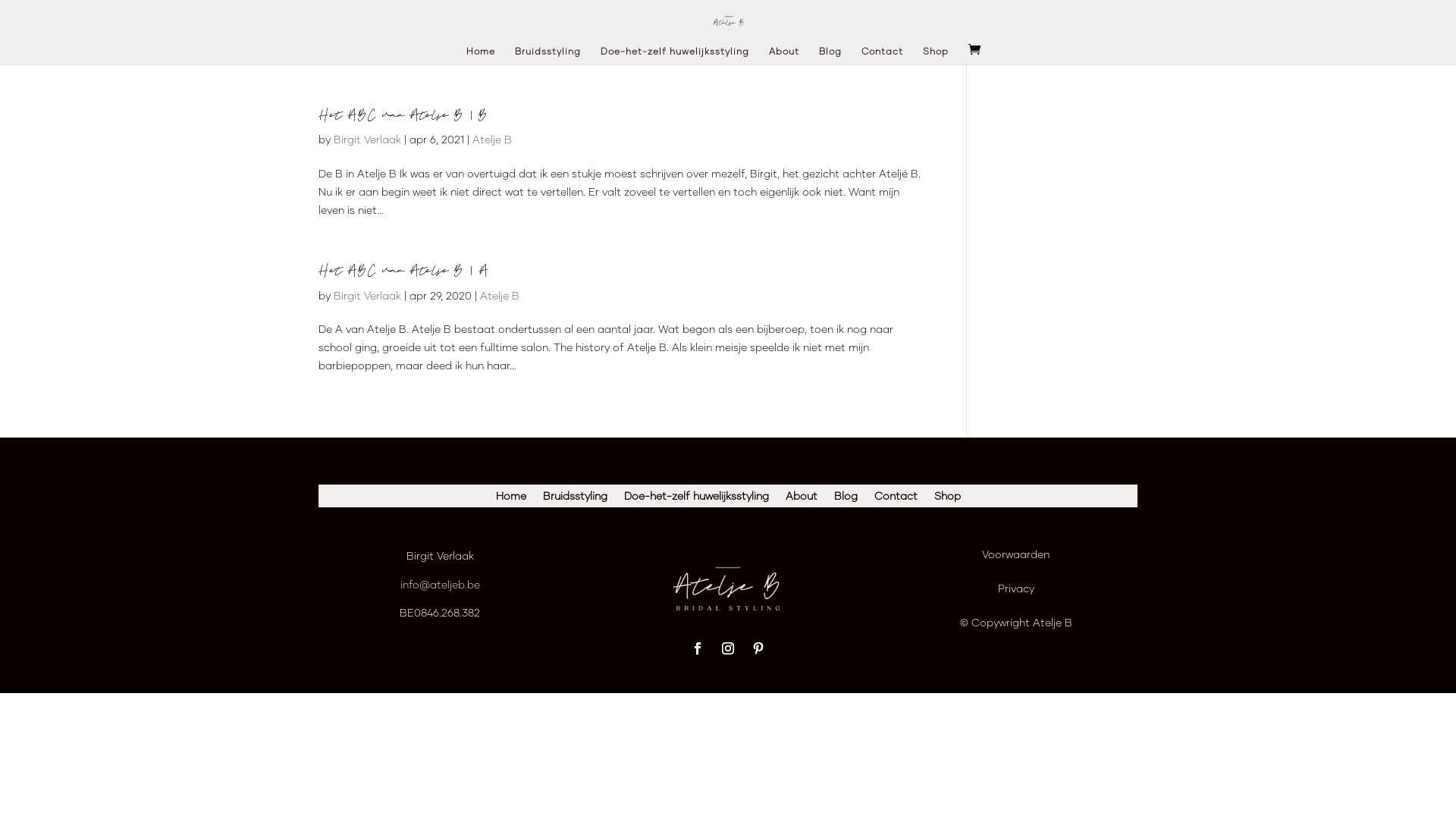 The width and height of the screenshot is (1456, 819). What do you see at coordinates (874, 499) in the screenshot?
I see `'Contact'` at bounding box center [874, 499].